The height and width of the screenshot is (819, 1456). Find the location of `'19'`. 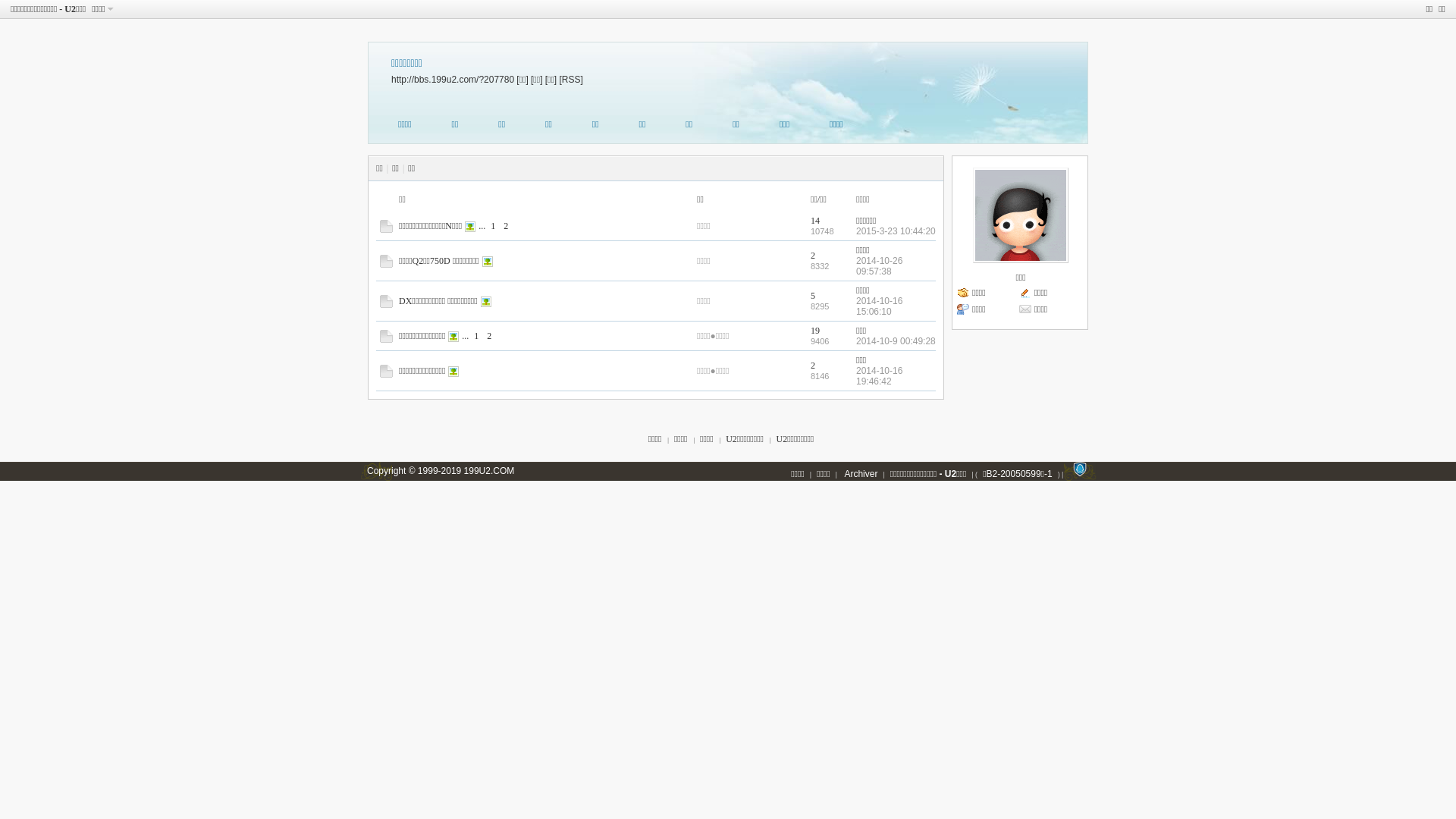

'19' is located at coordinates (814, 329).